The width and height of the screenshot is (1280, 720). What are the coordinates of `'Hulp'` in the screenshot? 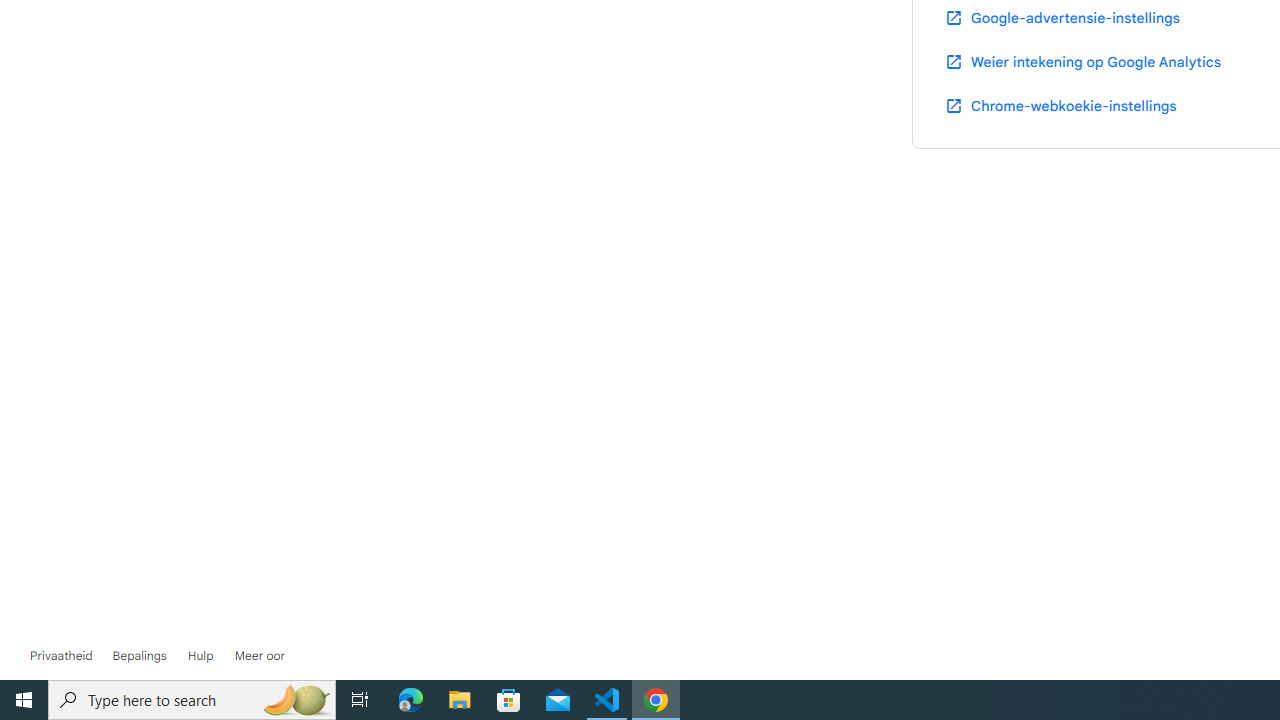 It's located at (200, 655).